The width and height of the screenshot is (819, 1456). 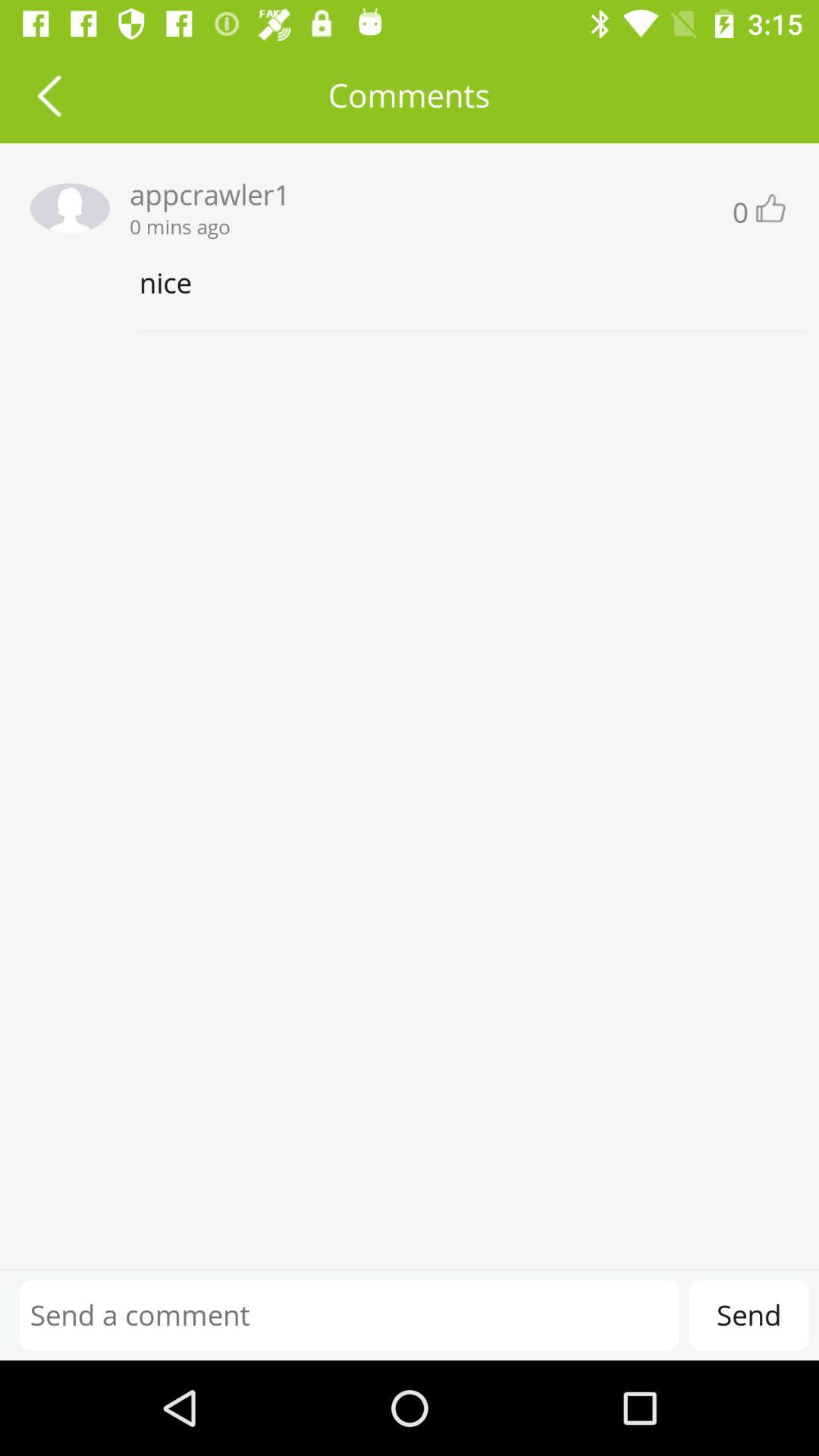 What do you see at coordinates (64, 207) in the screenshot?
I see `profile settings` at bounding box center [64, 207].